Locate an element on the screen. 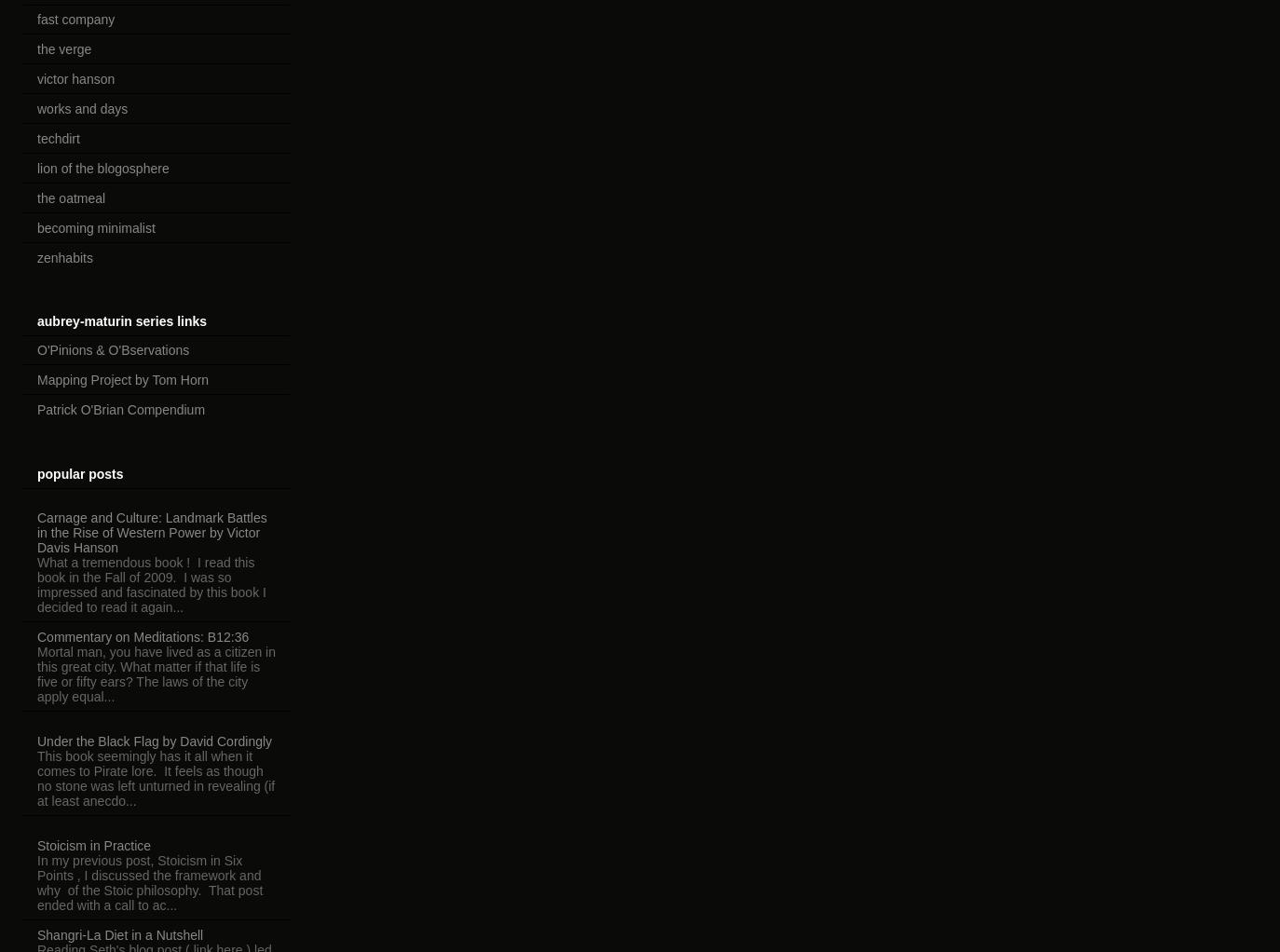 The image size is (1280, 952). 'In my previous post, Stoicism in Six Points , I discussed the framework and why  of the Stoic philosophy.  That post ended with a call to ac...' is located at coordinates (35, 881).